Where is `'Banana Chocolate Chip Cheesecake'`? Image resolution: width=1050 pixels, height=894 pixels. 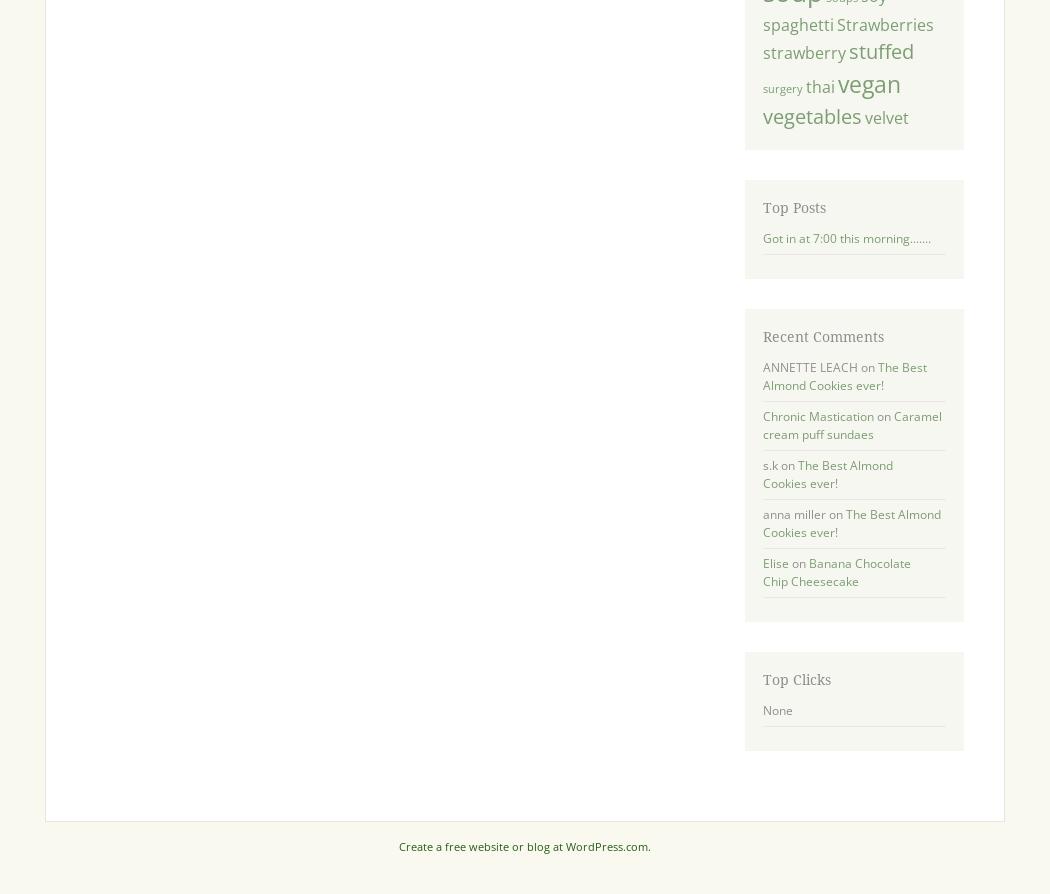
'Banana Chocolate Chip Cheesecake' is located at coordinates (836, 572).